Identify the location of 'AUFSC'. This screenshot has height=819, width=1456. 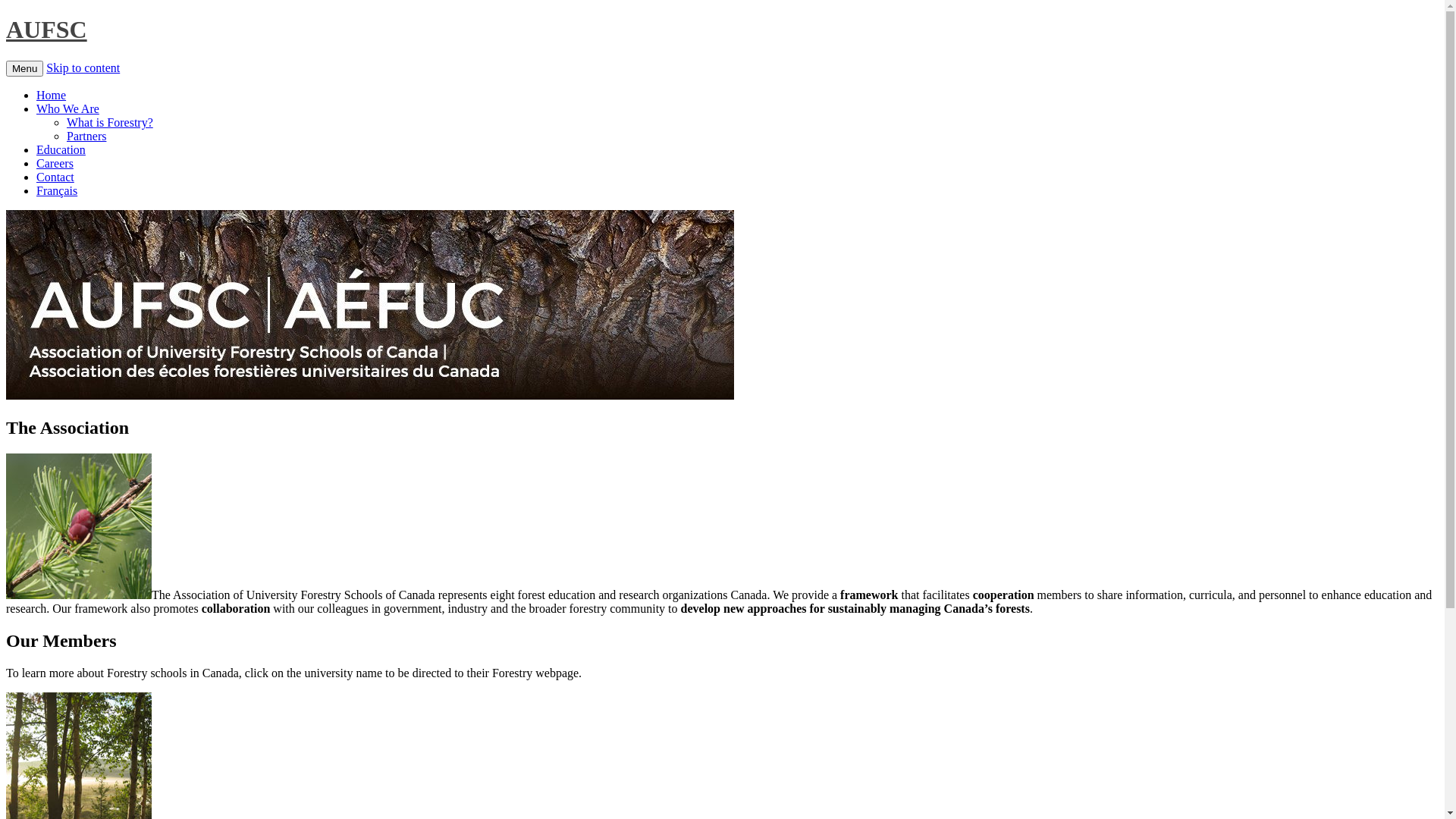
(6, 29).